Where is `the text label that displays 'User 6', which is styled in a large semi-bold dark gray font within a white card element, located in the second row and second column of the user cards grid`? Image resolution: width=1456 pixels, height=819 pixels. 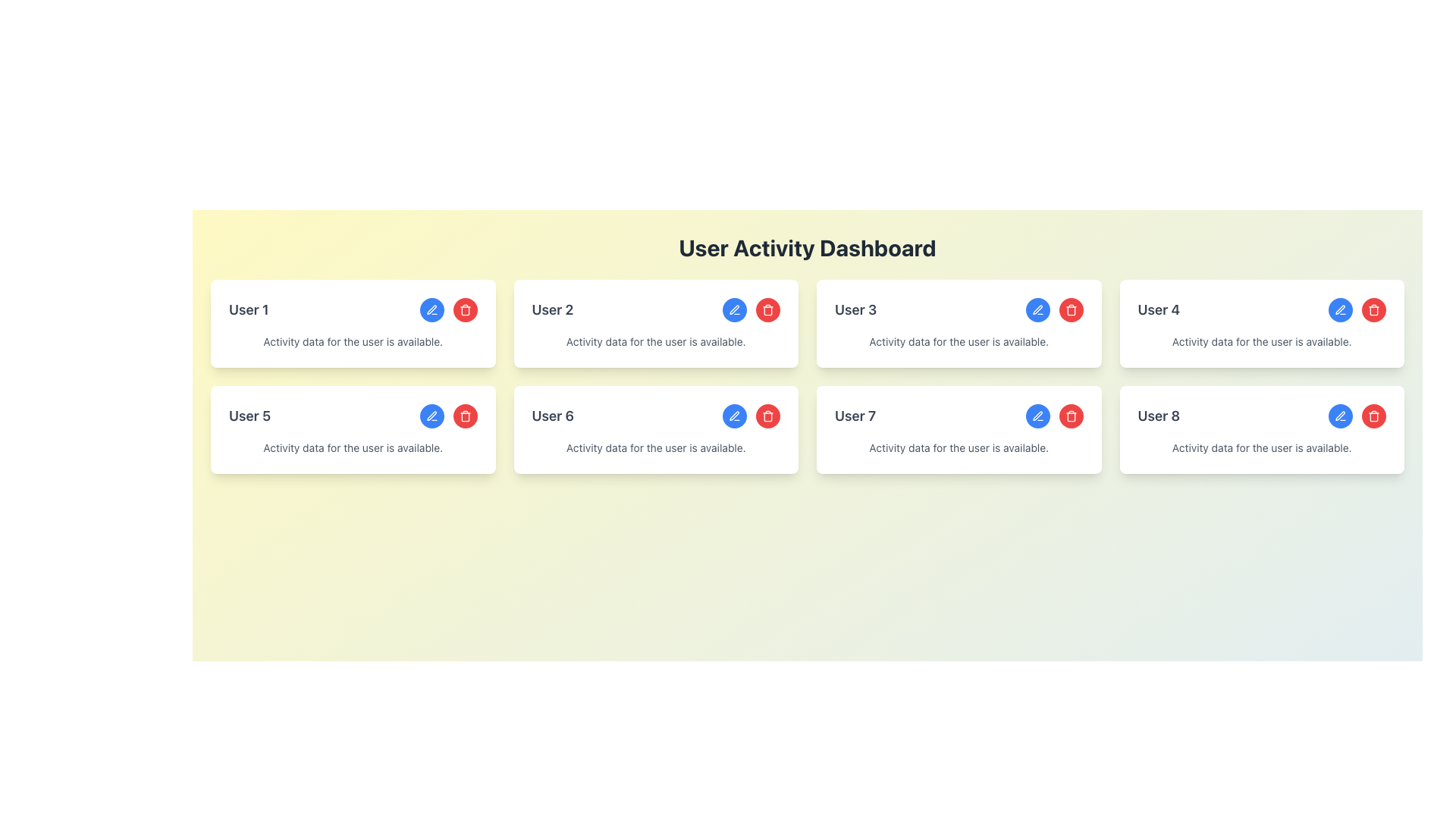 the text label that displays 'User 6', which is styled in a large semi-bold dark gray font within a white card element, located in the second row and second column of the user cards grid is located at coordinates (552, 416).